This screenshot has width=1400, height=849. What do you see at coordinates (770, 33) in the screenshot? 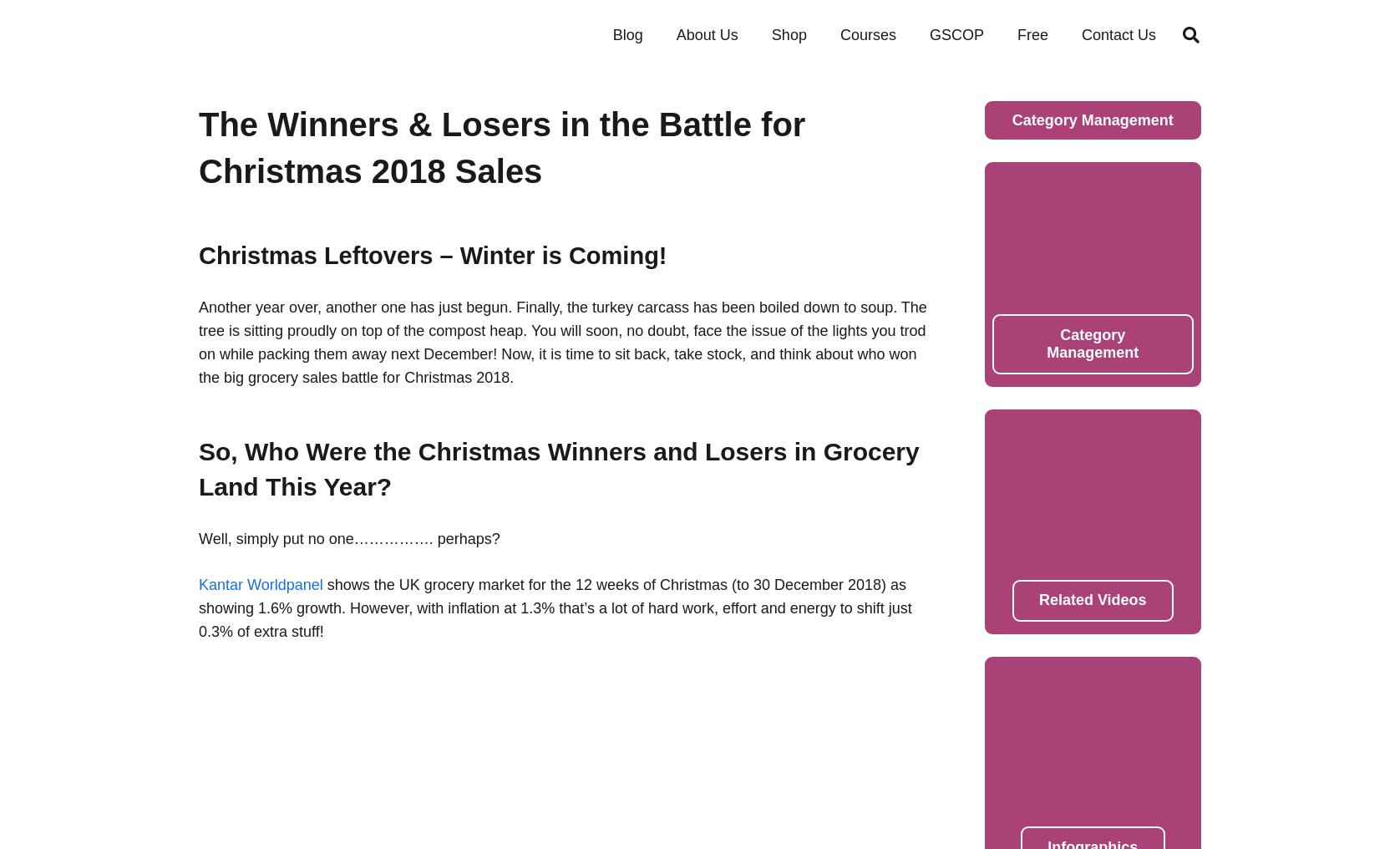
I see `'Shop'` at bounding box center [770, 33].